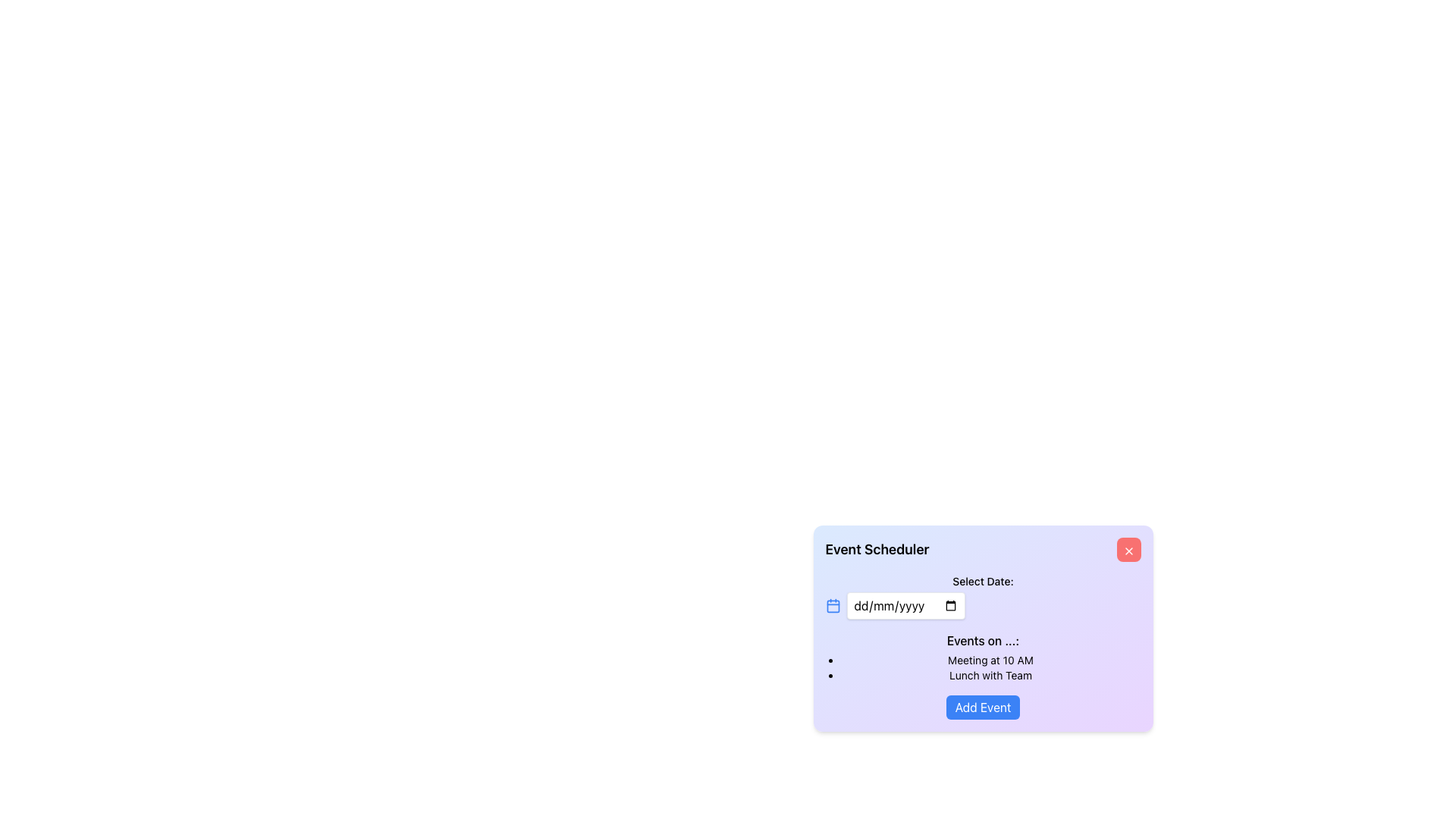 The width and height of the screenshot is (1456, 819). Describe the element at coordinates (983, 657) in the screenshot. I see `the informational Text Section in the 'Event Scheduler' dialog box, positioned below the 'Select Date:' field and above the 'Add Event' button` at that location.